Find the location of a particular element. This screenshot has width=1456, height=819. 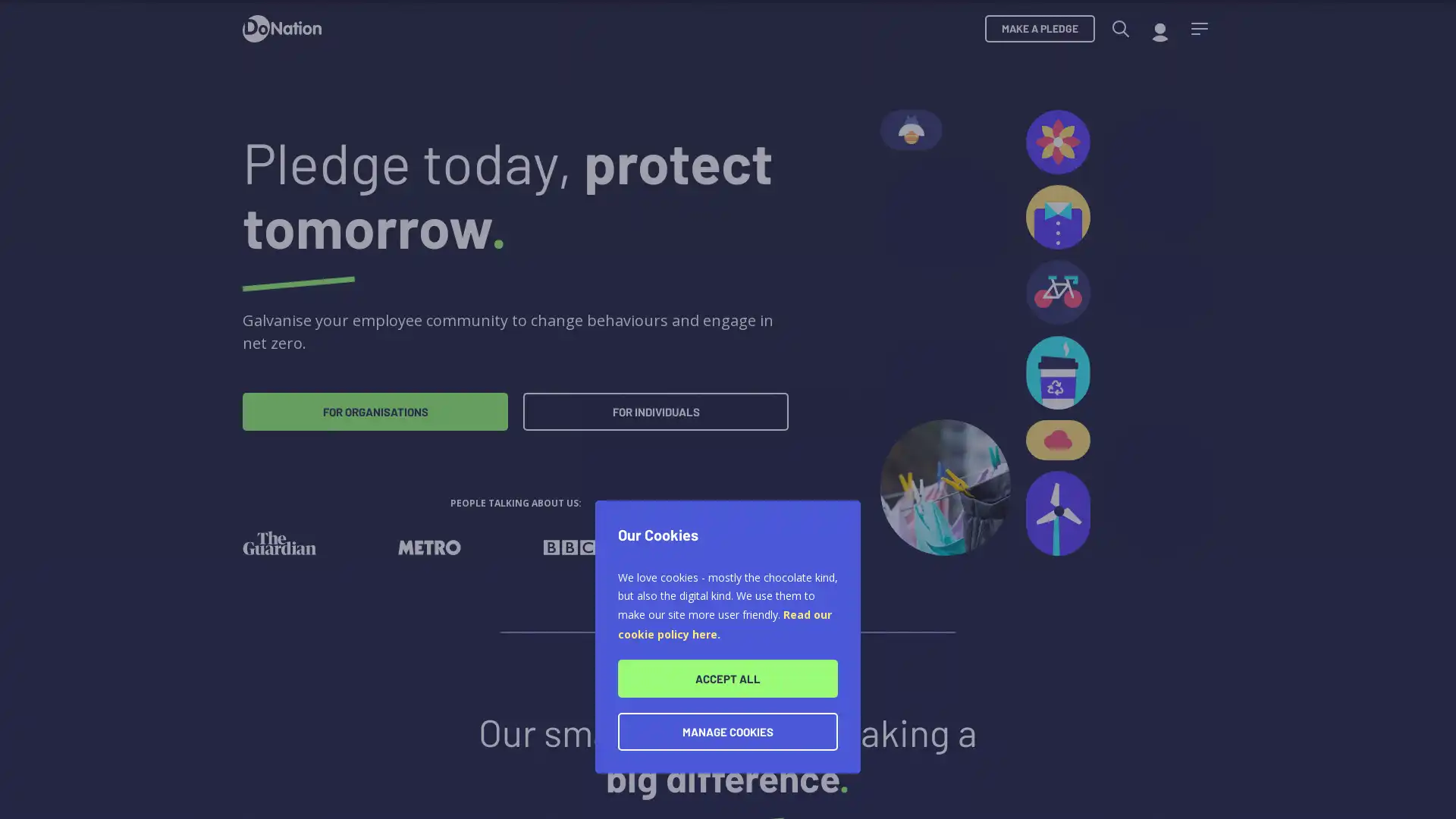

Menu is located at coordinates (1199, 29).